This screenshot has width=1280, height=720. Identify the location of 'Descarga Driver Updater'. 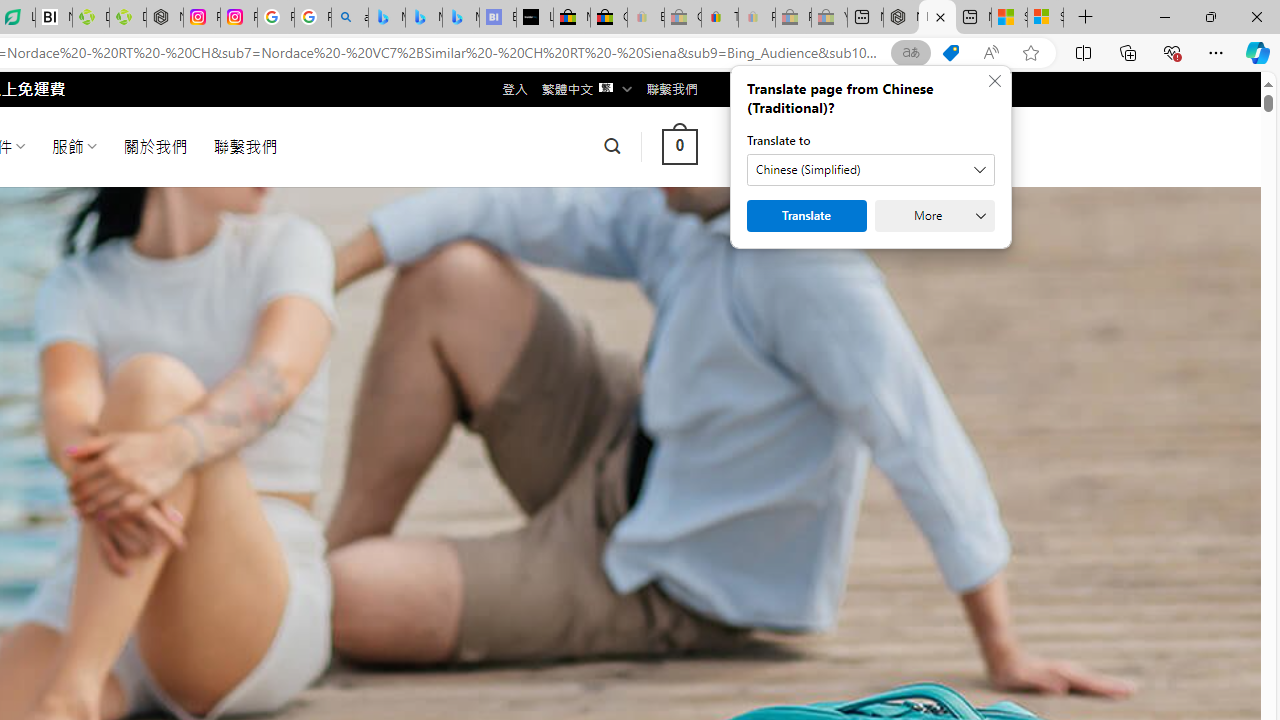
(127, 17).